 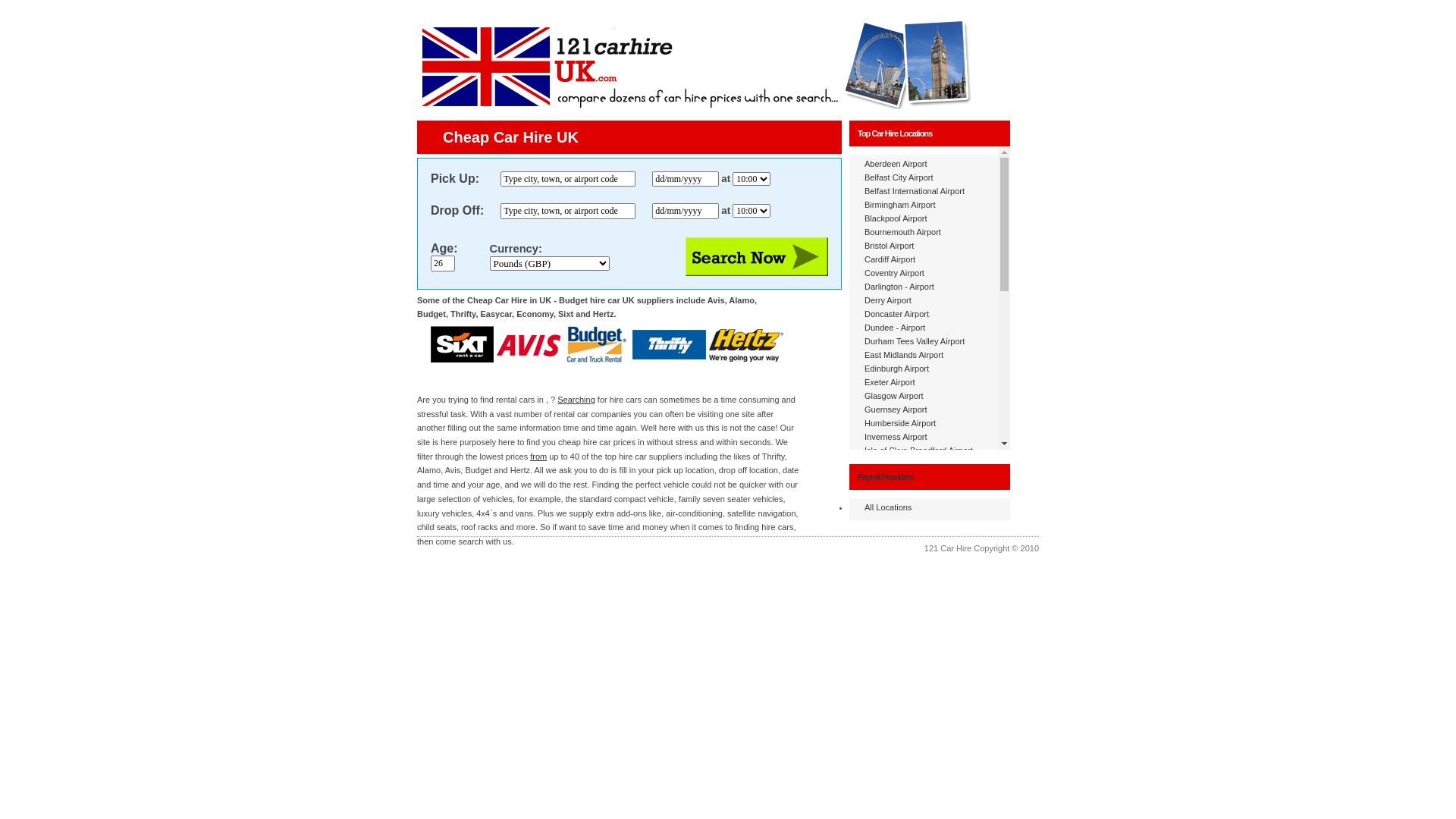 What do you see at coordinates (895, 654) in the screenshot?
I see `'Newquay Airport'` at bounding box center [895, 654].